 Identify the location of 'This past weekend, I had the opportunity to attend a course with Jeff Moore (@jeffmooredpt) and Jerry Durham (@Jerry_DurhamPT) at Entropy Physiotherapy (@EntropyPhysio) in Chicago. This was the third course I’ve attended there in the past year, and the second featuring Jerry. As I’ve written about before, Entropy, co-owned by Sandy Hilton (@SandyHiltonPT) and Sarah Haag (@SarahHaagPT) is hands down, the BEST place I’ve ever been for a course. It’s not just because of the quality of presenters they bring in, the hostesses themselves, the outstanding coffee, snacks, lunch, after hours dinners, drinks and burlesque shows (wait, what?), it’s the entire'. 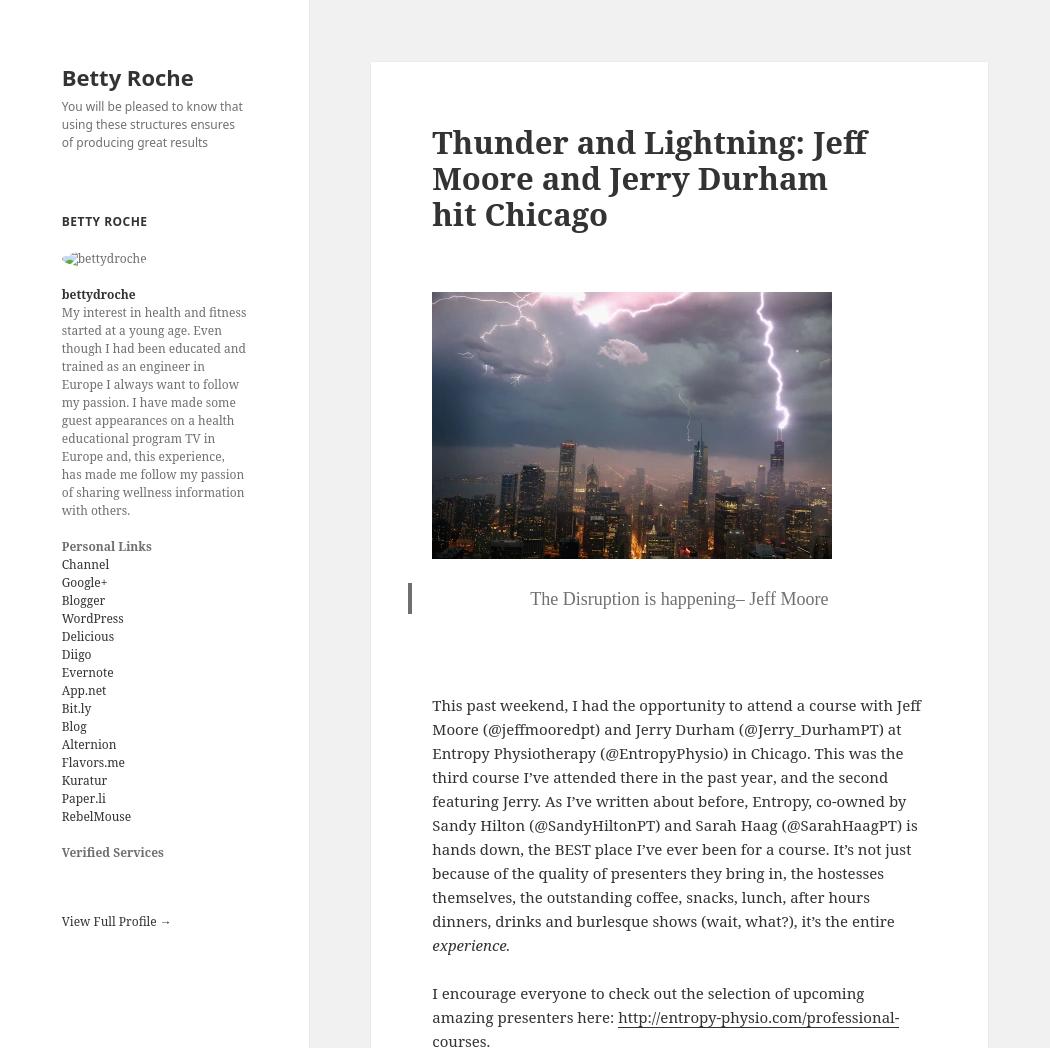
(675, 810).